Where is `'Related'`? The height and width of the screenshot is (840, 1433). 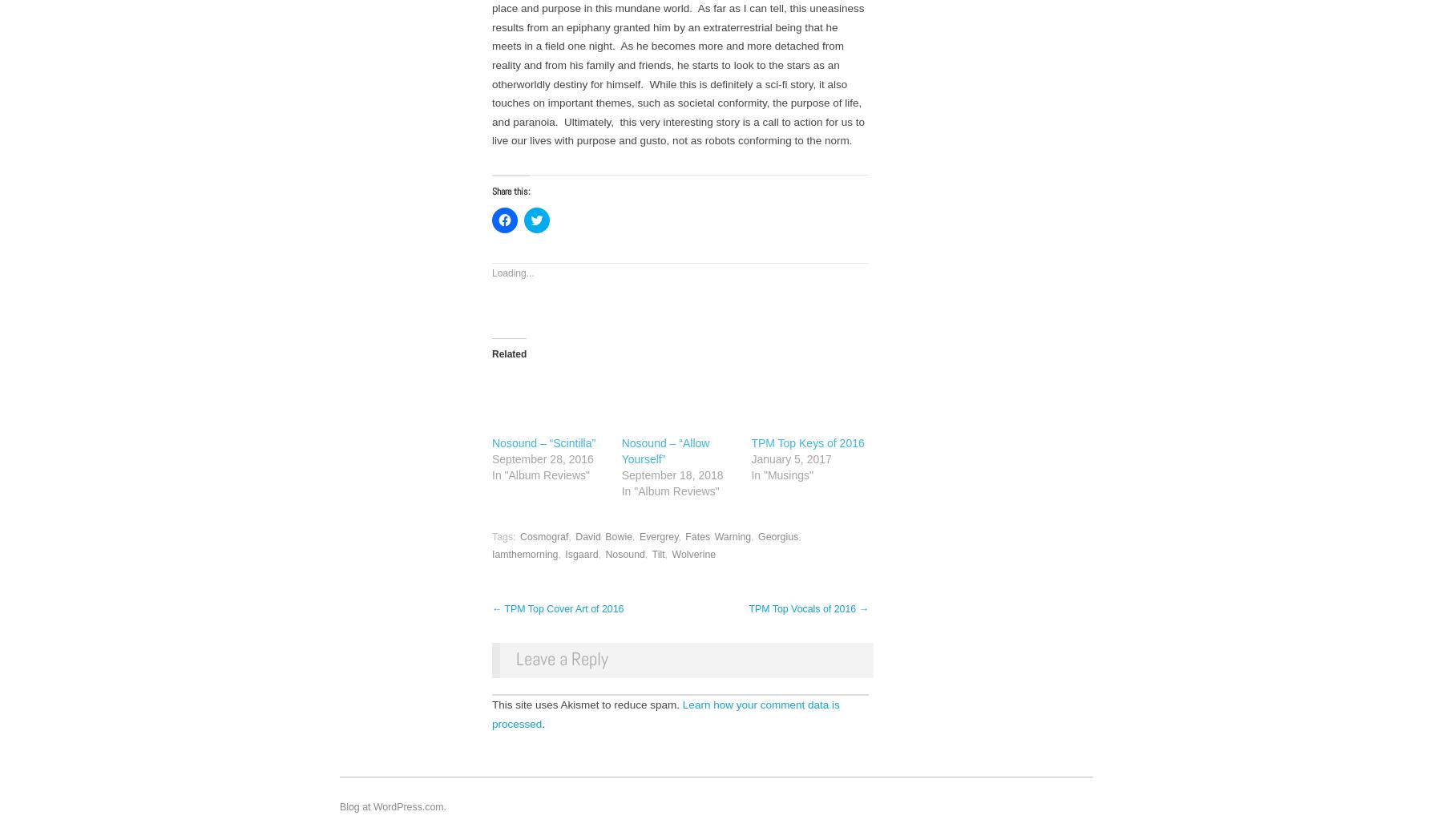
'Related' is located at coordinates (509, 352).